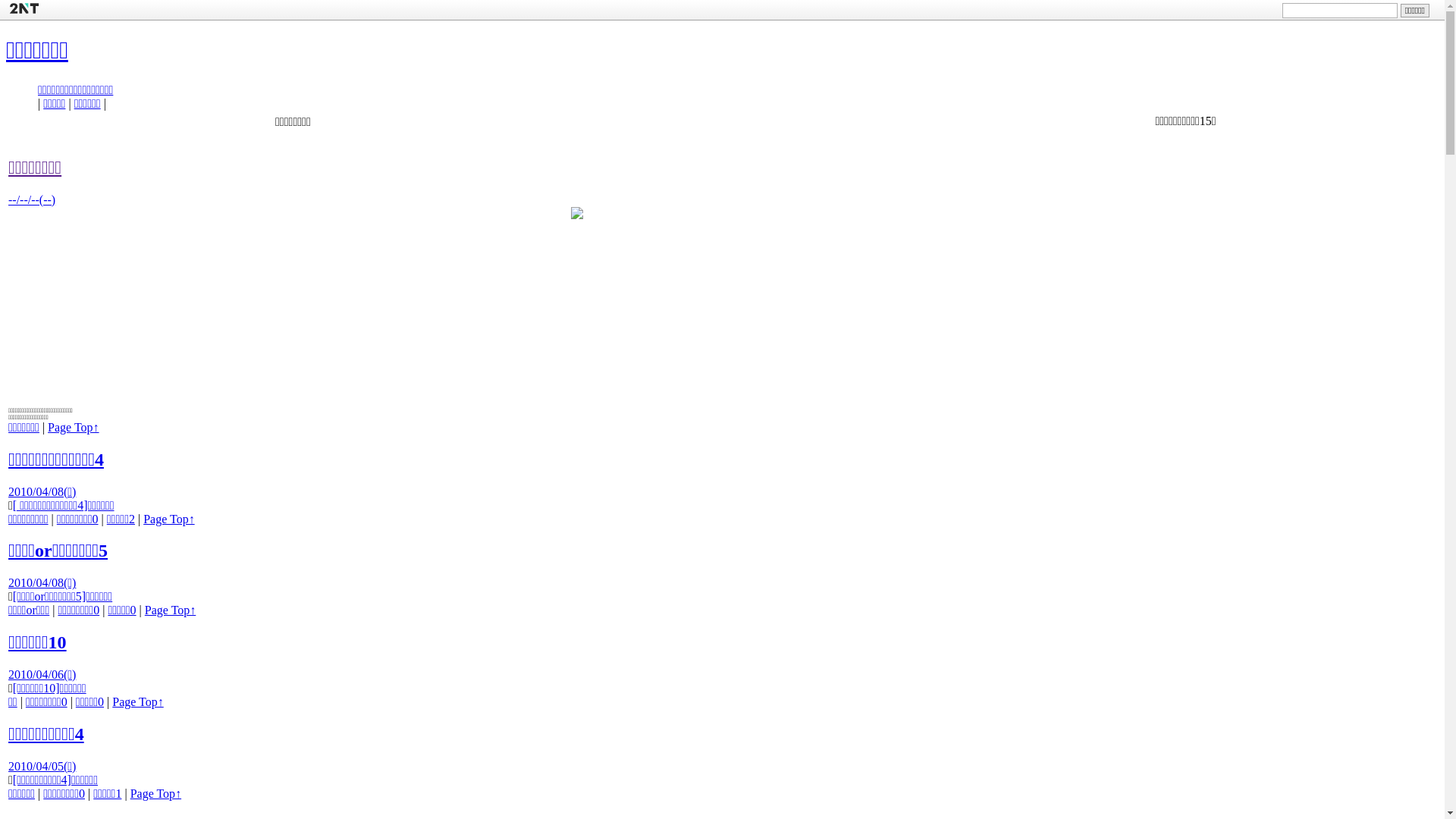  I want to click on '--/--/--(--)', so click(32, 199).